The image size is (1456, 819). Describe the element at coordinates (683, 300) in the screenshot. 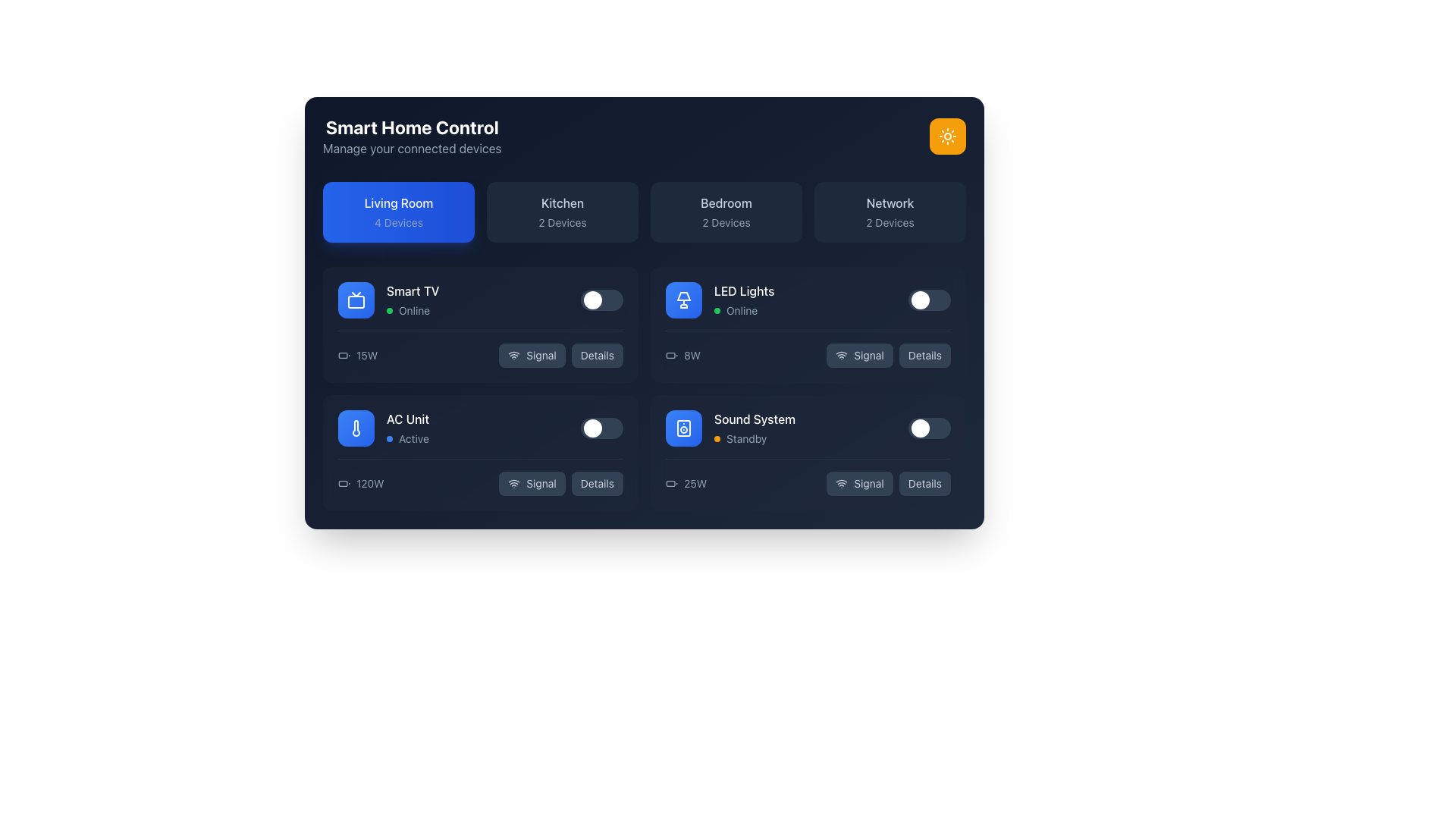

I see `the graphic button with a lamp icon and a gradient blue background located in the upper-right portion of the 'Living Room' section` at that location.